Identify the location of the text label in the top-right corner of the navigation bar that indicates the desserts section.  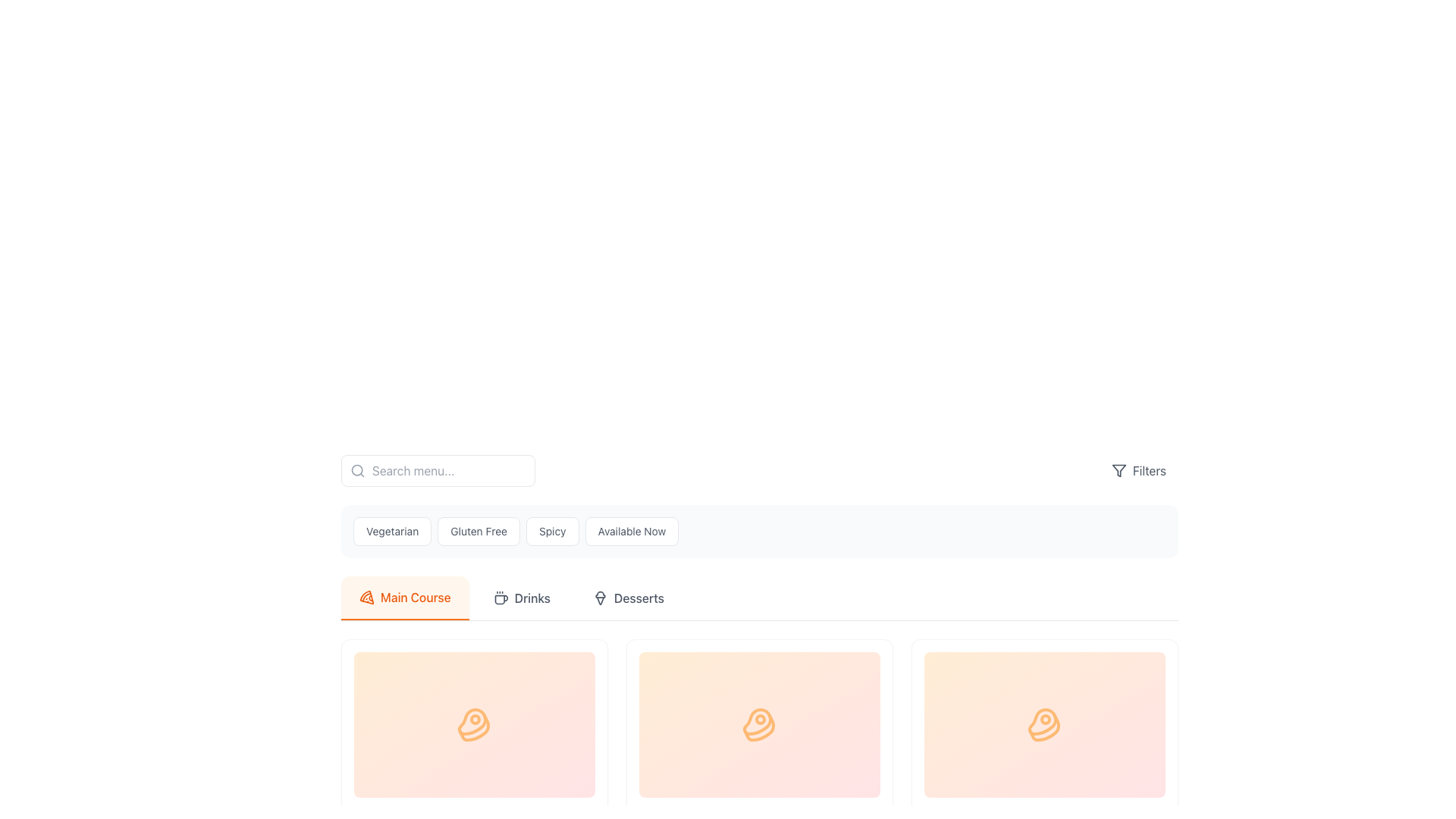
(639, 598).